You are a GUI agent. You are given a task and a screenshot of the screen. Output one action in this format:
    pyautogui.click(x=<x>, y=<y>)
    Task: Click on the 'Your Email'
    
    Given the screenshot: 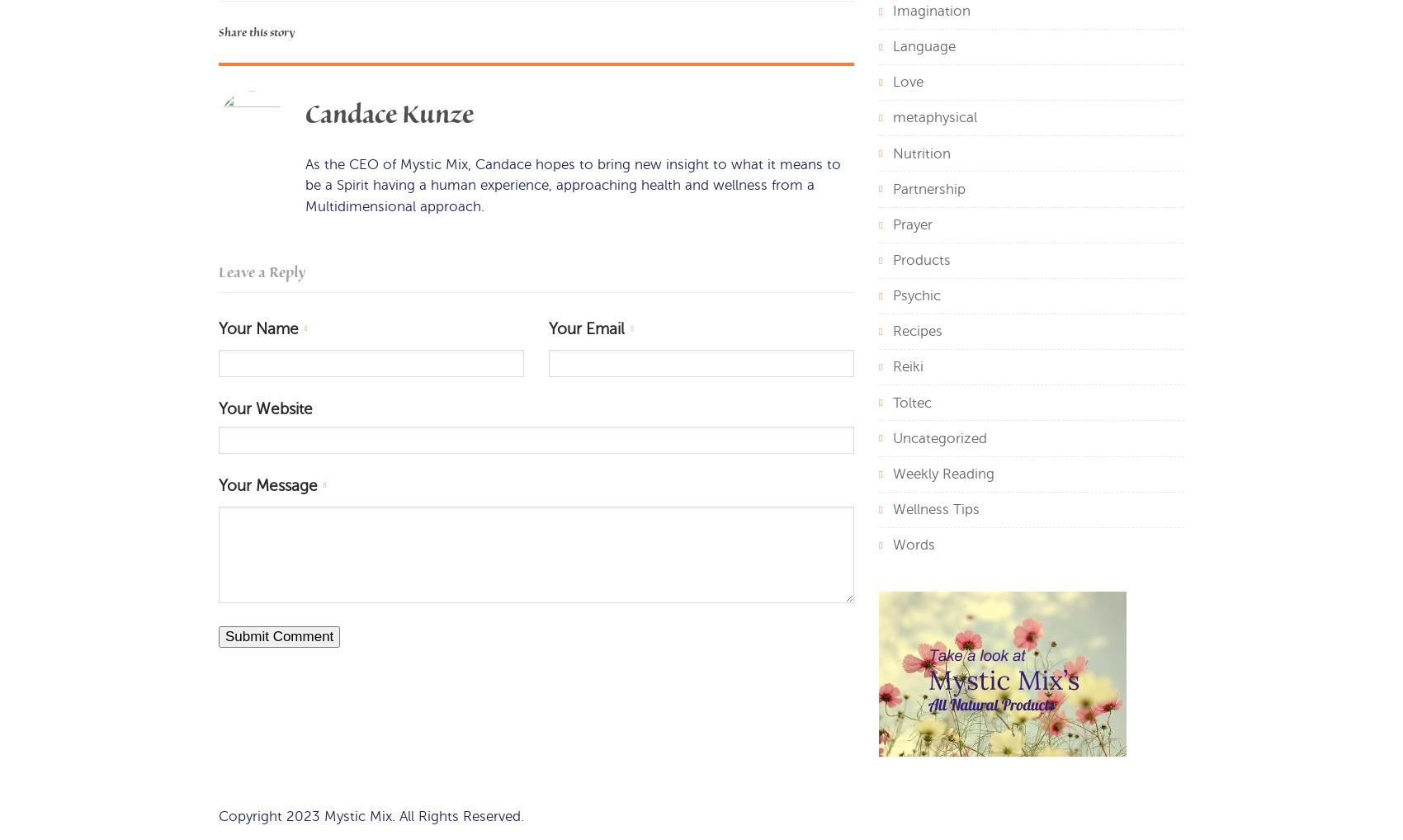 What is the action you would take?
    pyautogui.click(x=586, y=328)
    